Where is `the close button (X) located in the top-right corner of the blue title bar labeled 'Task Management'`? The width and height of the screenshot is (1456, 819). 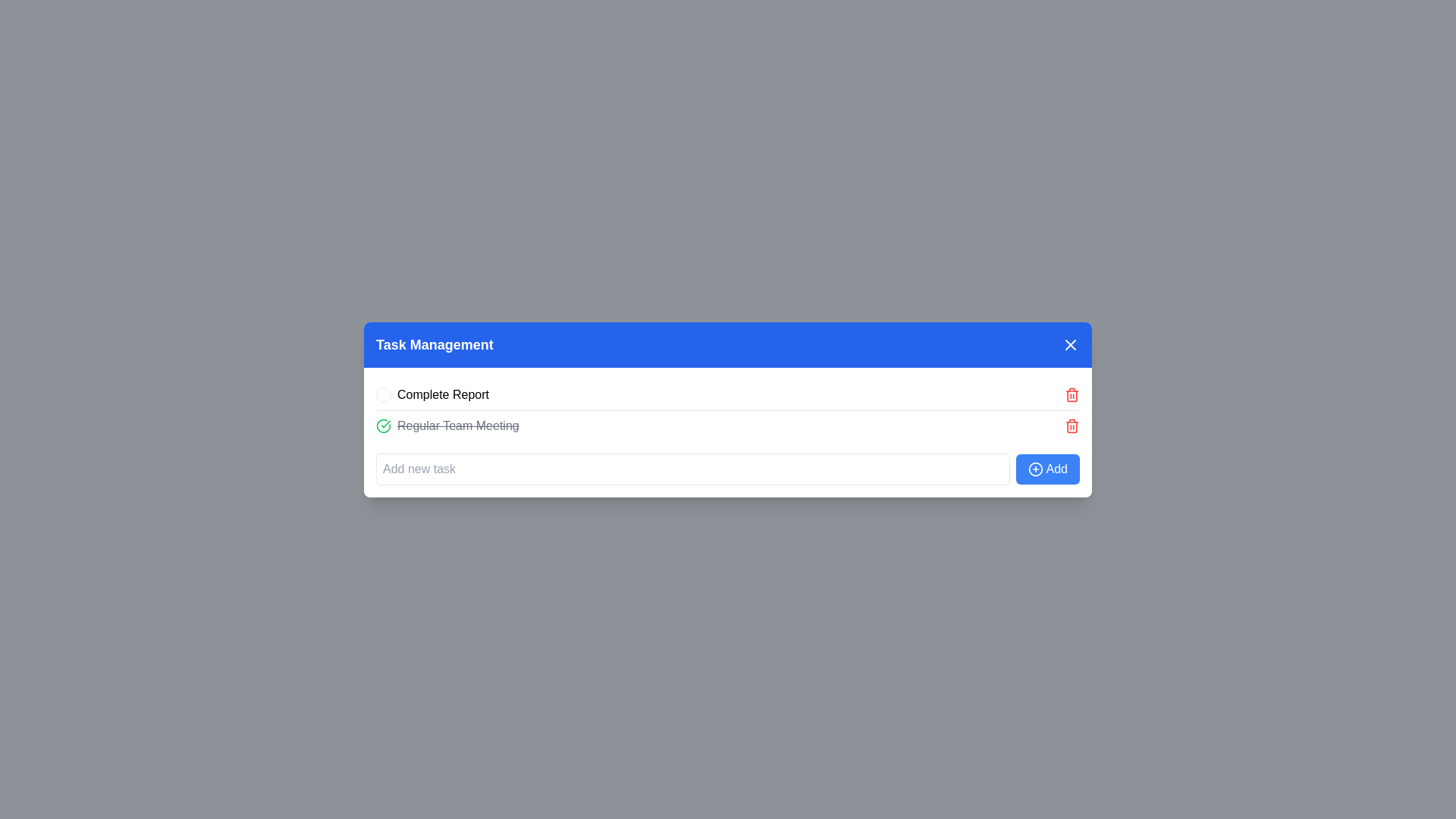 the close button (X) located in the top-right corner of the blue title bar labeled 'Task Management' is located at coordinates (1069, 344).